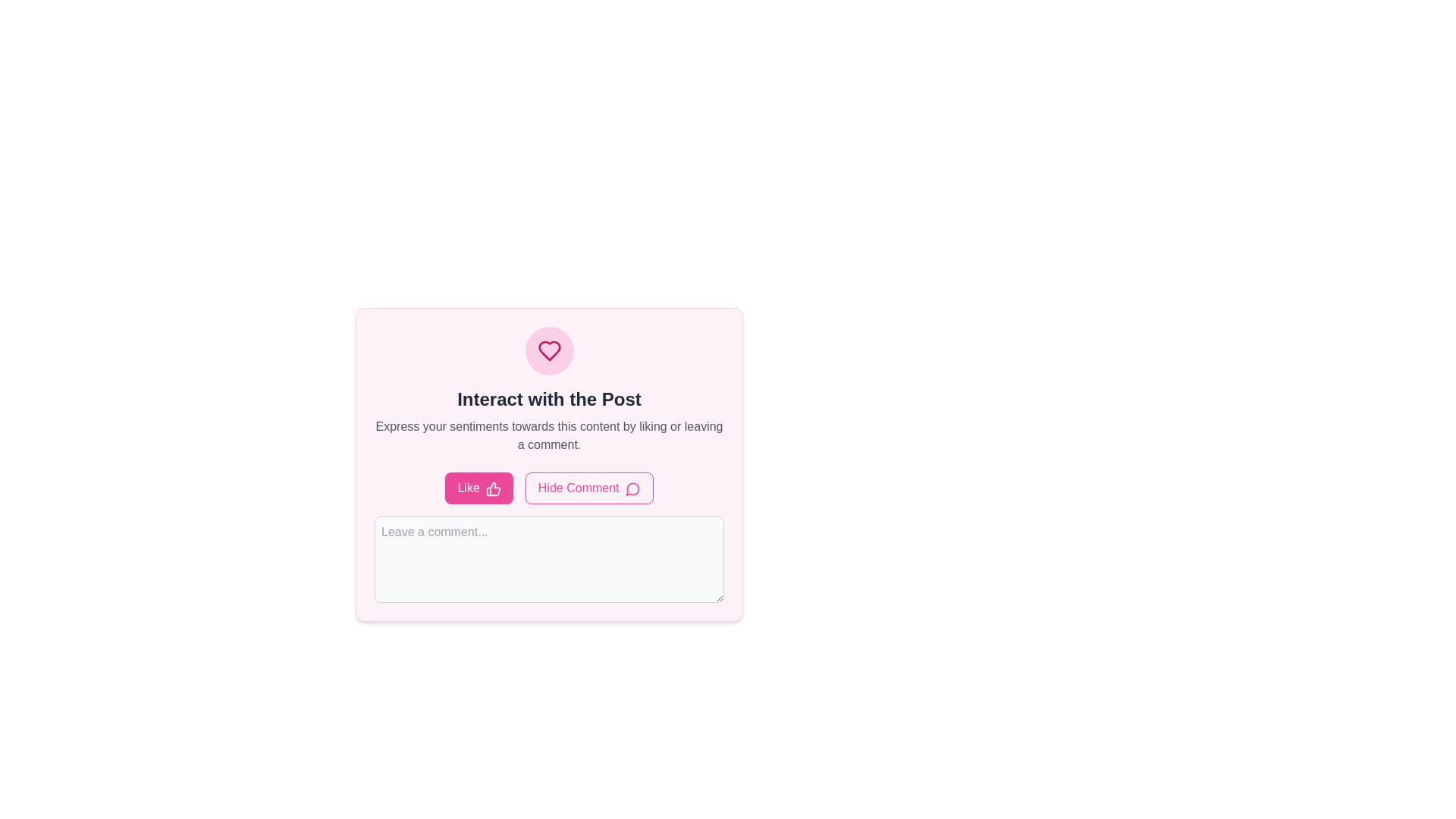  Describe the element at coordinates (548, 399) in the screenshot. I see `the centrally aligned Text Label that introduces interactive features of the post, located below a pink heart icon` at that location.